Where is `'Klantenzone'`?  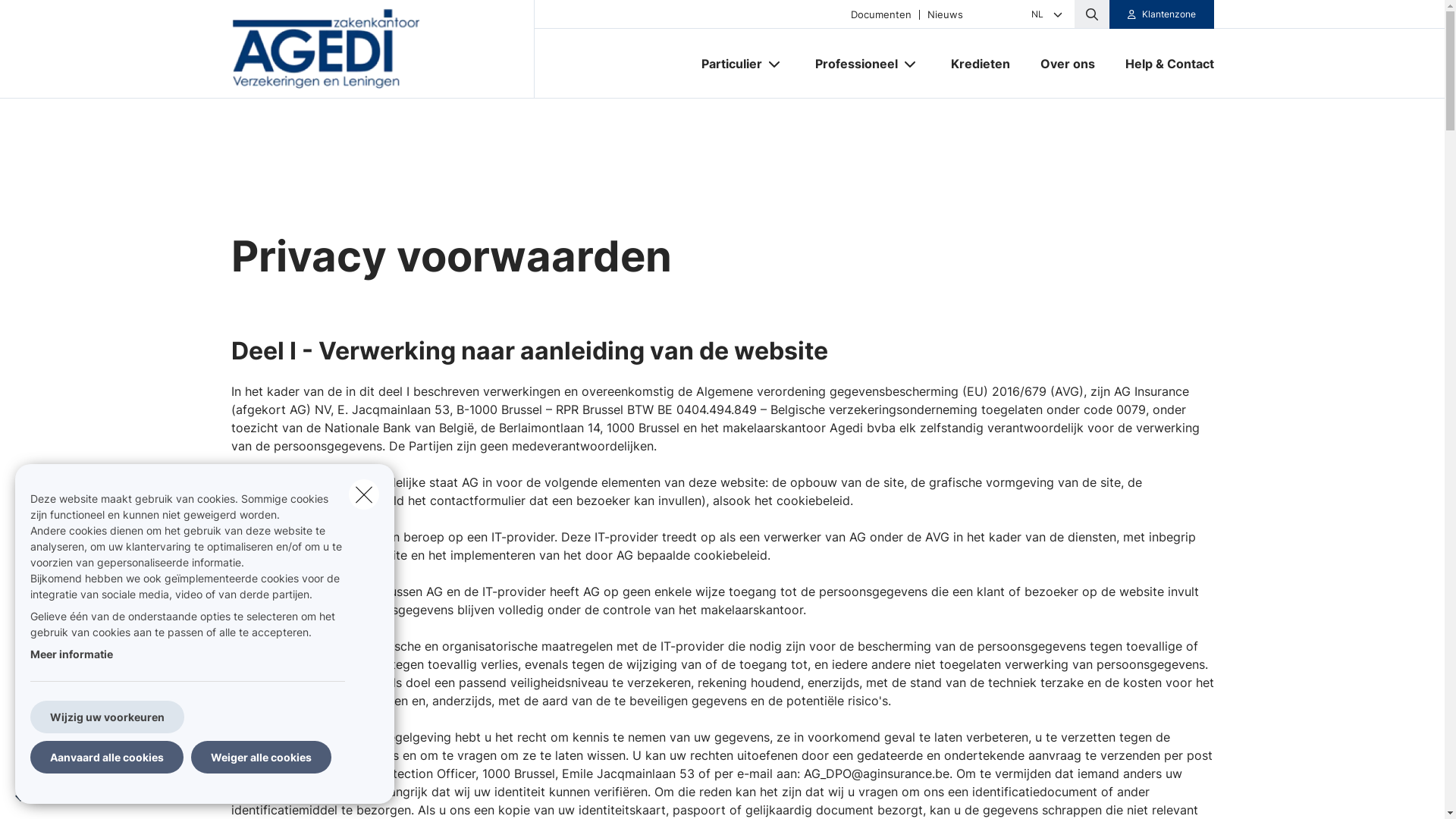 'Klantenzone' is located at coordinates (1109, 14).